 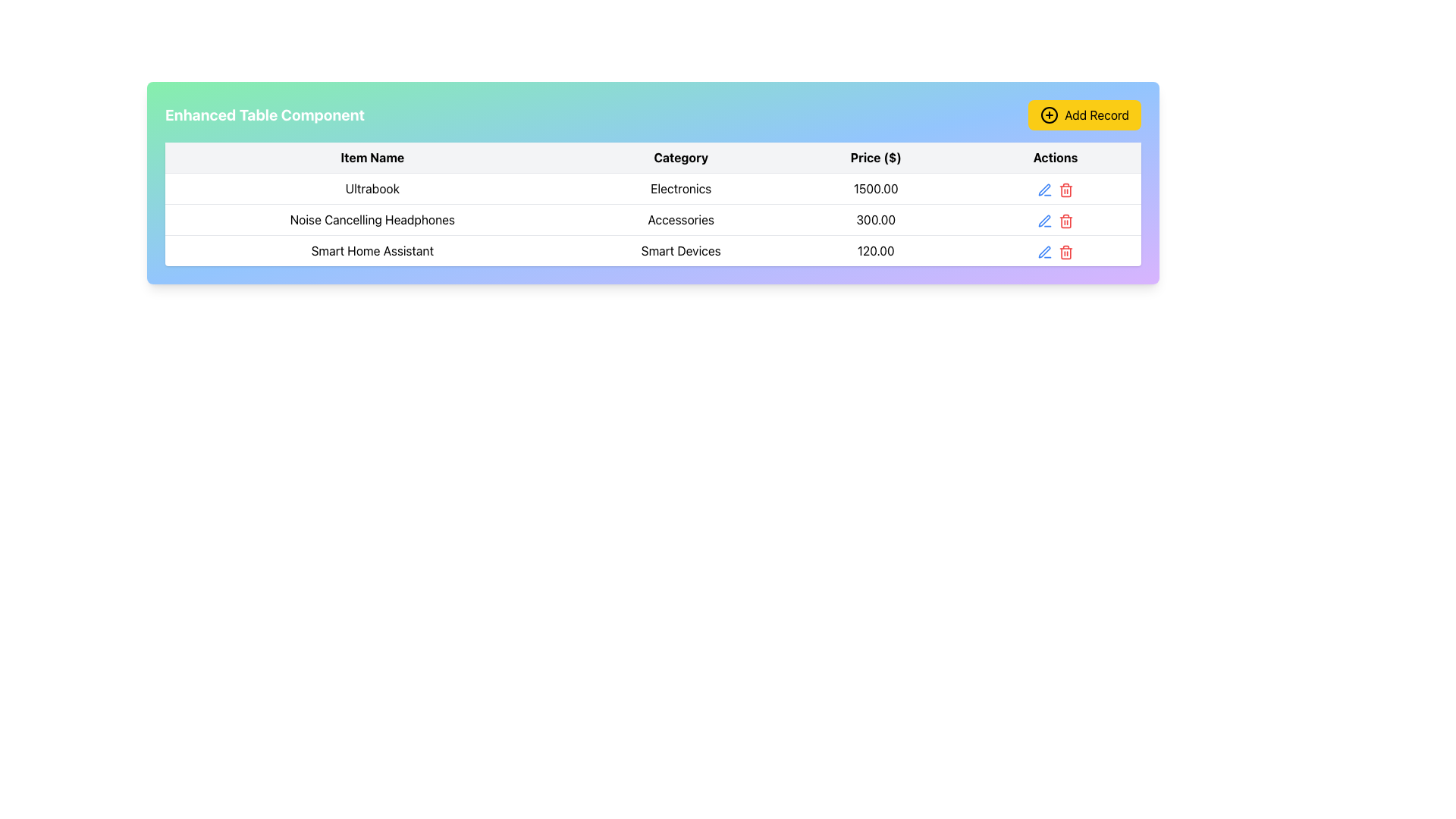 What do you see at coordinates (1043, 219) in the screenshot?
I see `the edit button icon in the Actions column of the table, aligned with the Noise Cancelling Headphones row` at bounding box center [1043, 219].